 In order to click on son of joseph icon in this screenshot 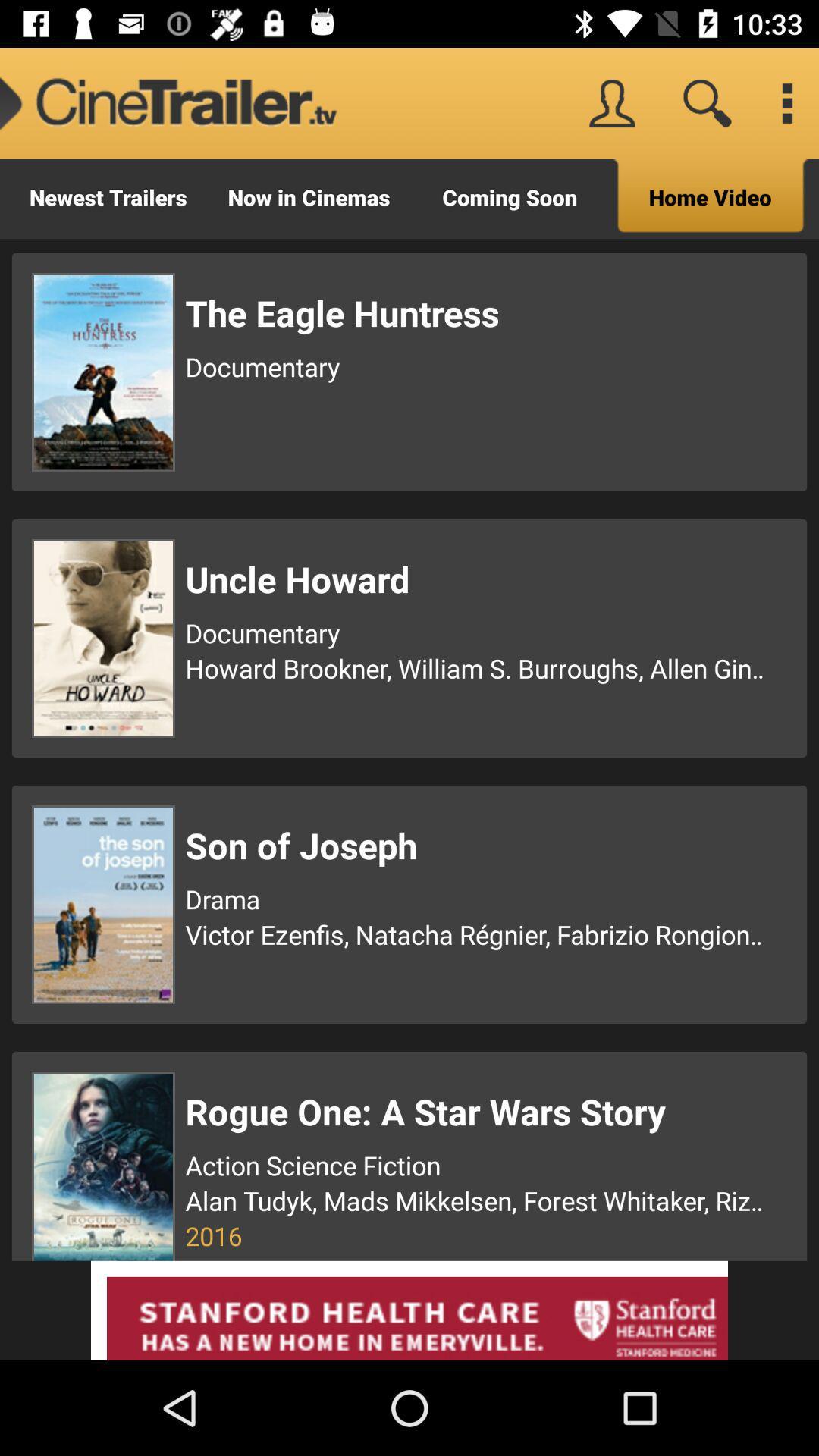, I will do `click(476, 844)`.